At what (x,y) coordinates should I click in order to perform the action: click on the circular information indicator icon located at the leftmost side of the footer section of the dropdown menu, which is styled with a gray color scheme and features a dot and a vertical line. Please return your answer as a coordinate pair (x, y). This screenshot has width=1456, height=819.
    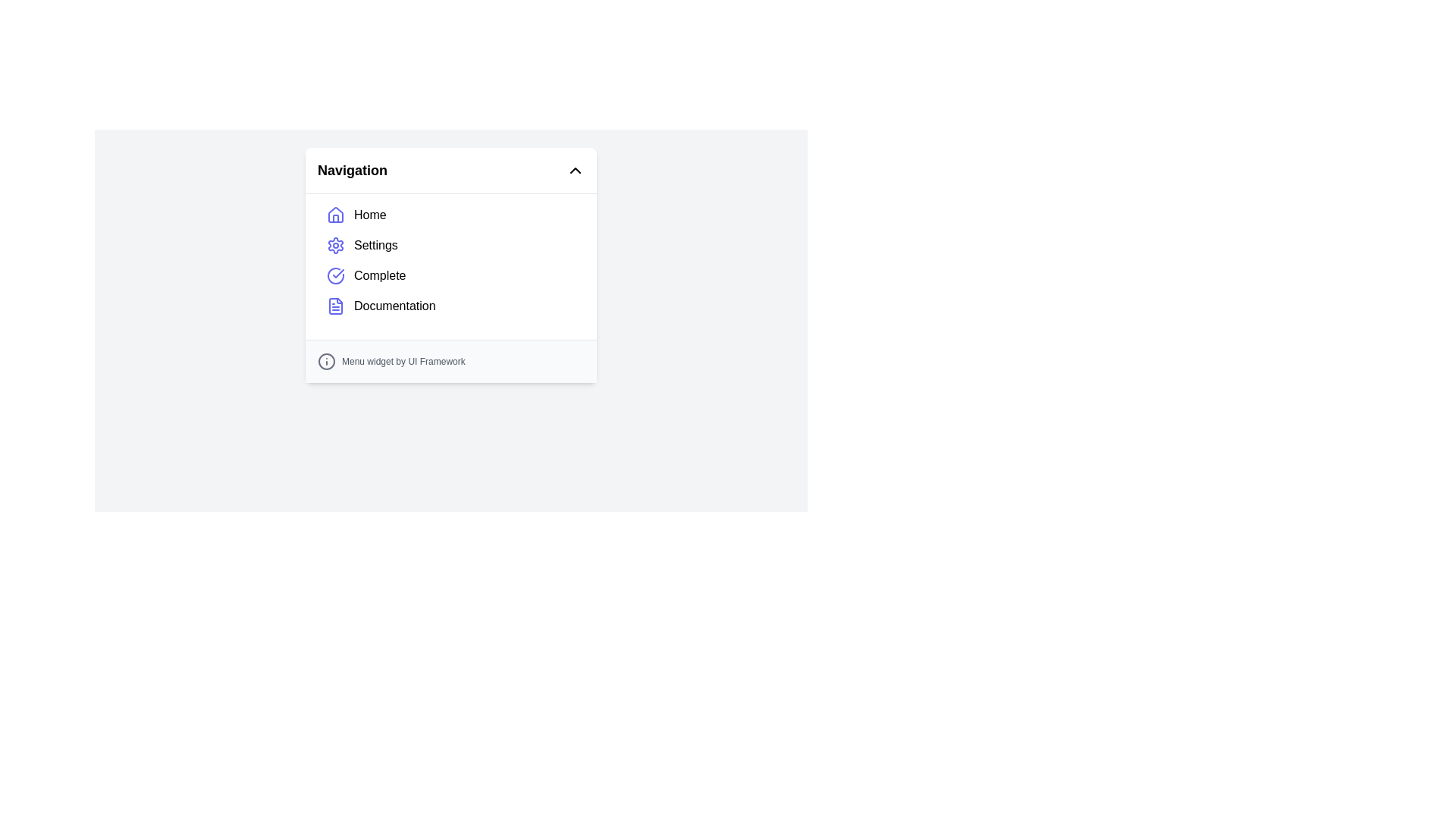
    Looking at the image, I should click on (326, 362).